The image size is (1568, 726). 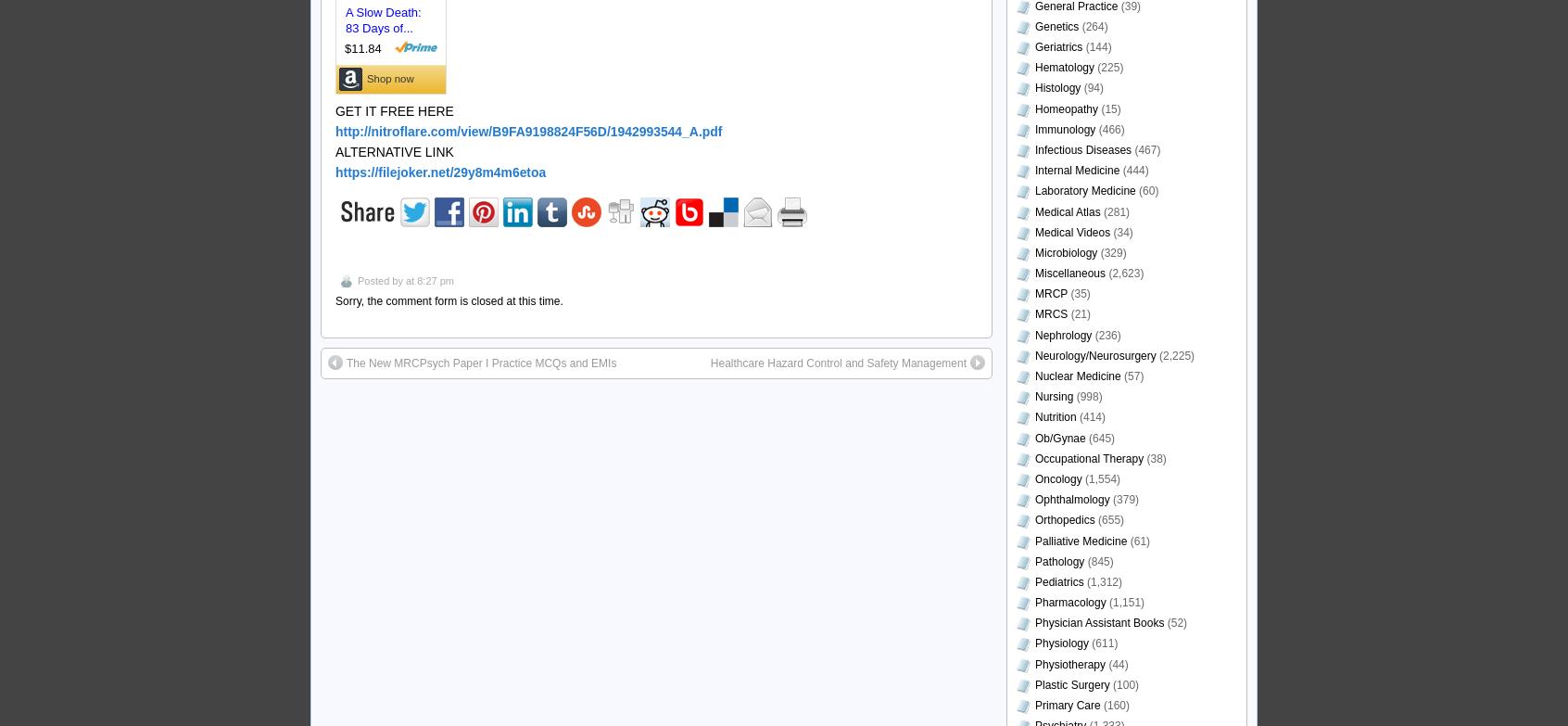 What do you see at coordinates (1065, 252) in the screenshot?
I see `'Microbiology'` at bounding box center [1065, 252].